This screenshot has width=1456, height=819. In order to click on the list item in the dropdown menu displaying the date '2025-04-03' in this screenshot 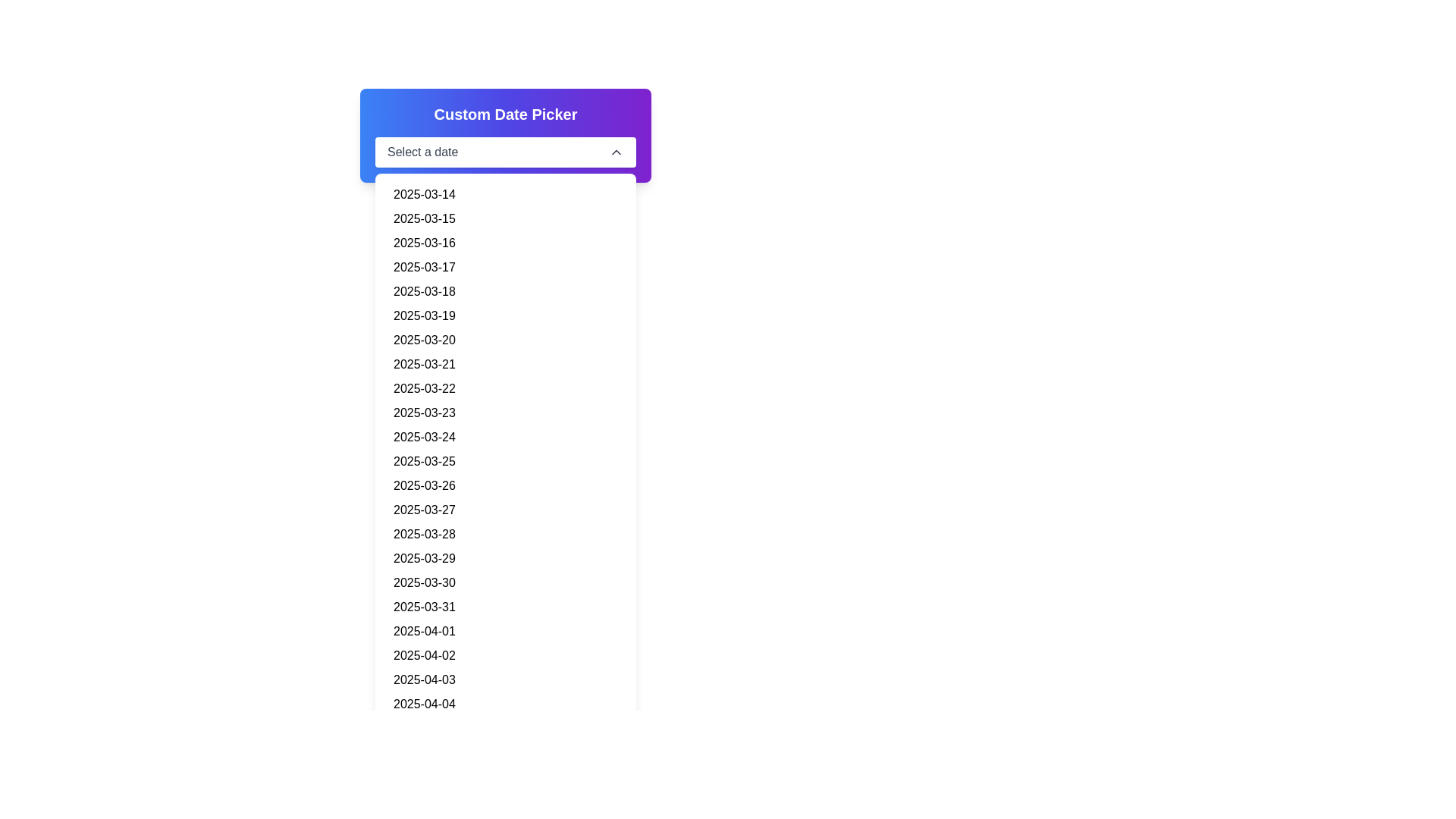, I will do `click(506, 679)`.